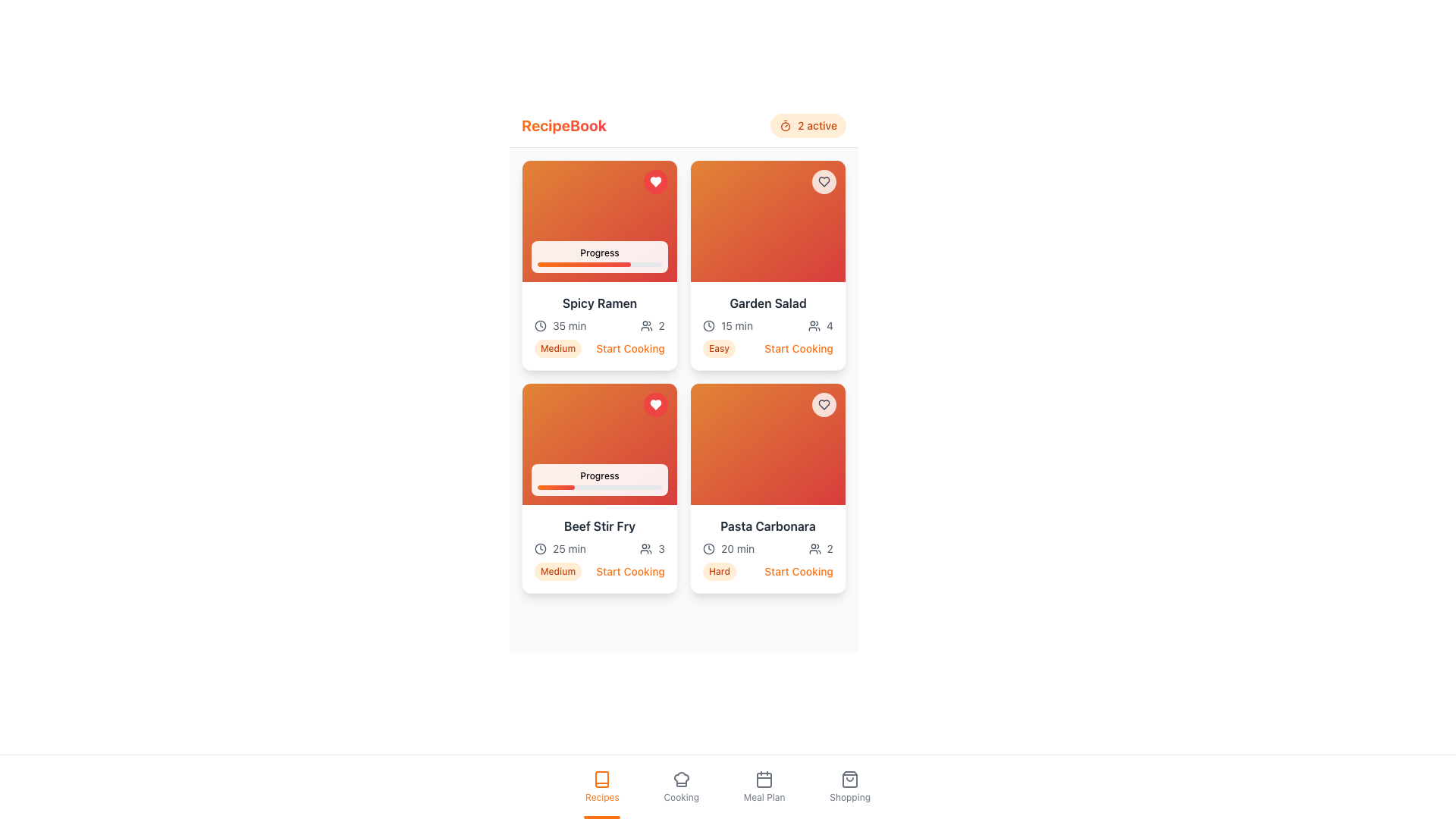  I want to click on the button for the 'Pasta Carbonara' recipe, so click(798, 571).